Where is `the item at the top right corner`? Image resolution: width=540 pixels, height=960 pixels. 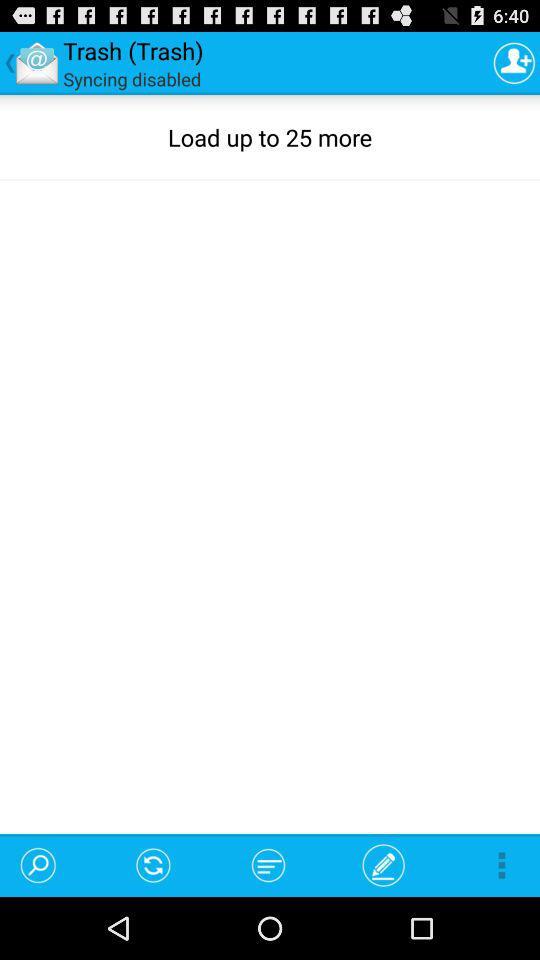 the item at the top right corner is located at coordinates (514, 62).